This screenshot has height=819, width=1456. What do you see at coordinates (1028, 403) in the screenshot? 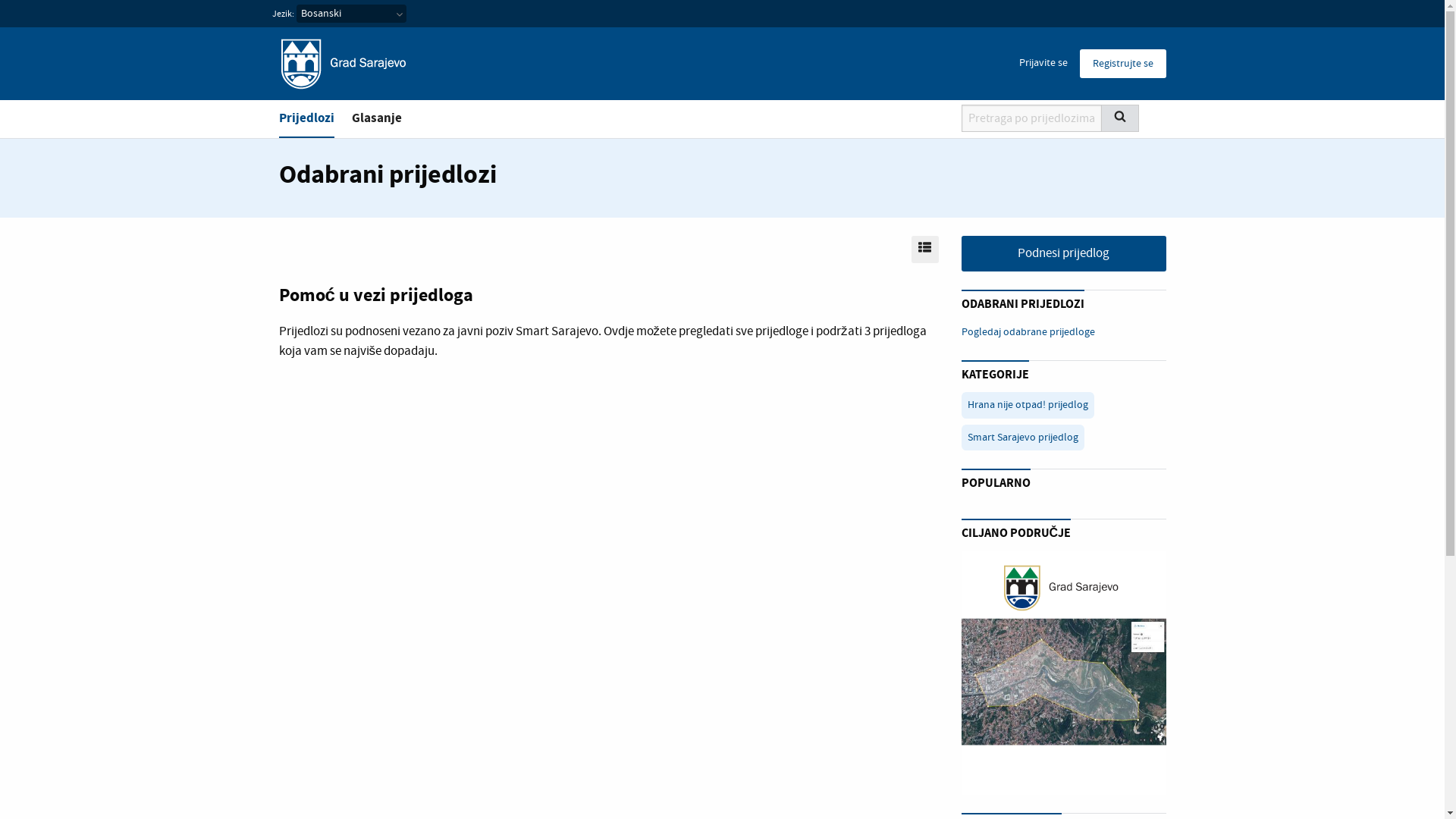
I see `'Hrana nije otpad! prijedlog'` at bounding box center [1028, 403].